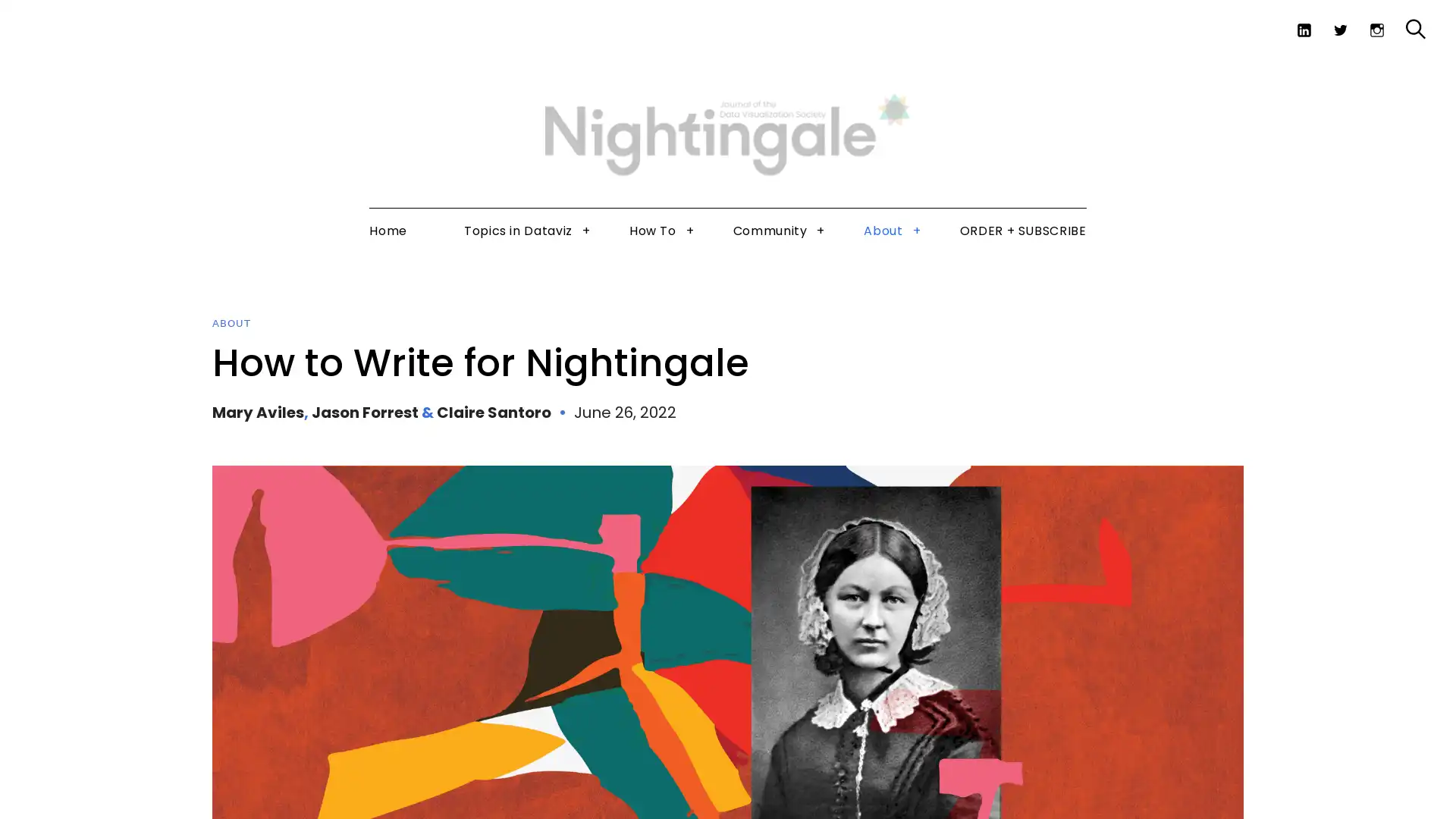 This screenshot has height=819, width=1456. Describe the element at coordinates (42, 22) in the screenshot. I see `MENU` at that location.